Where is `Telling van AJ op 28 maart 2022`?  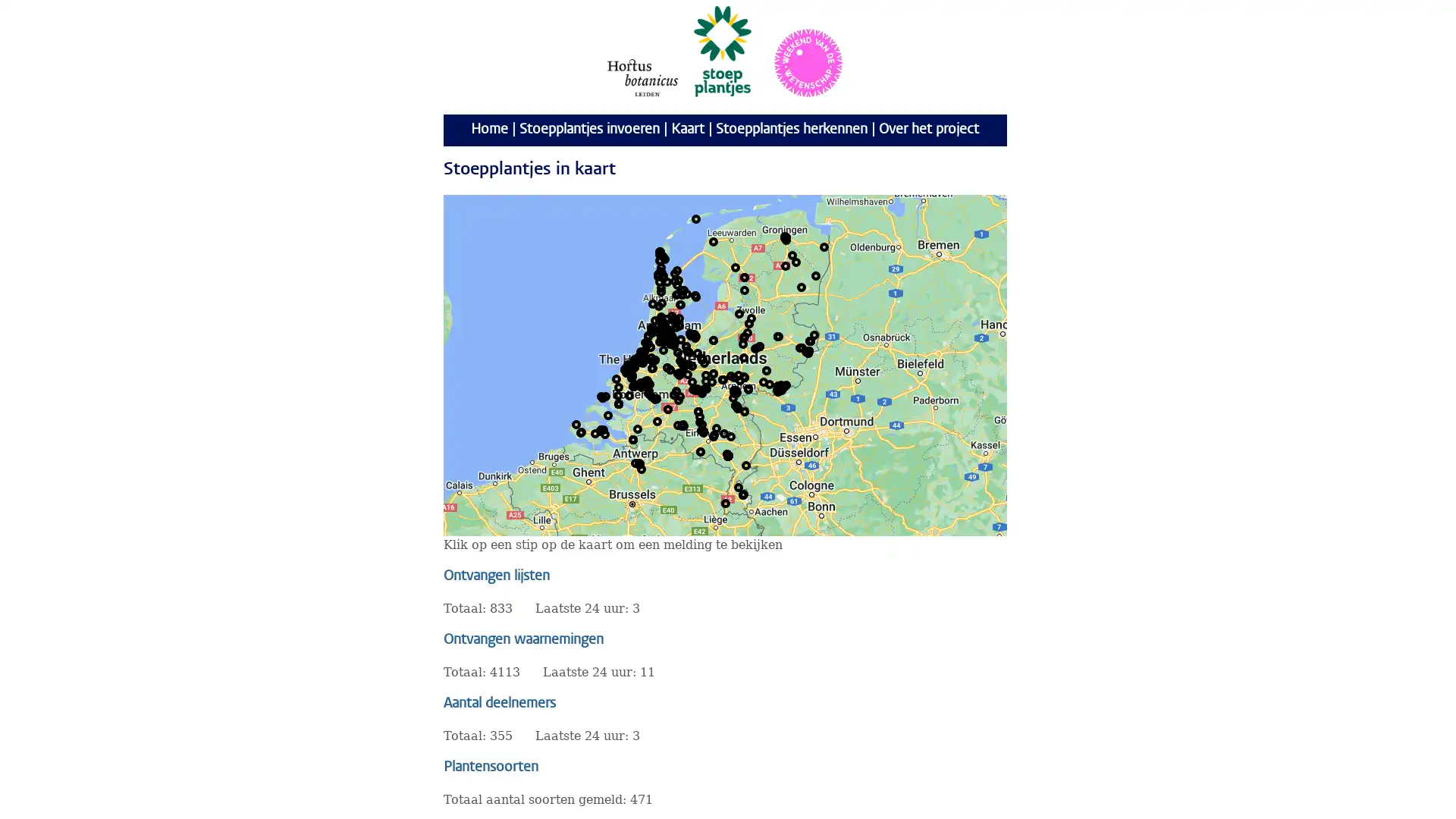
Telling van AJ op 28 maart 2022 is located at coordinates (633, 385).